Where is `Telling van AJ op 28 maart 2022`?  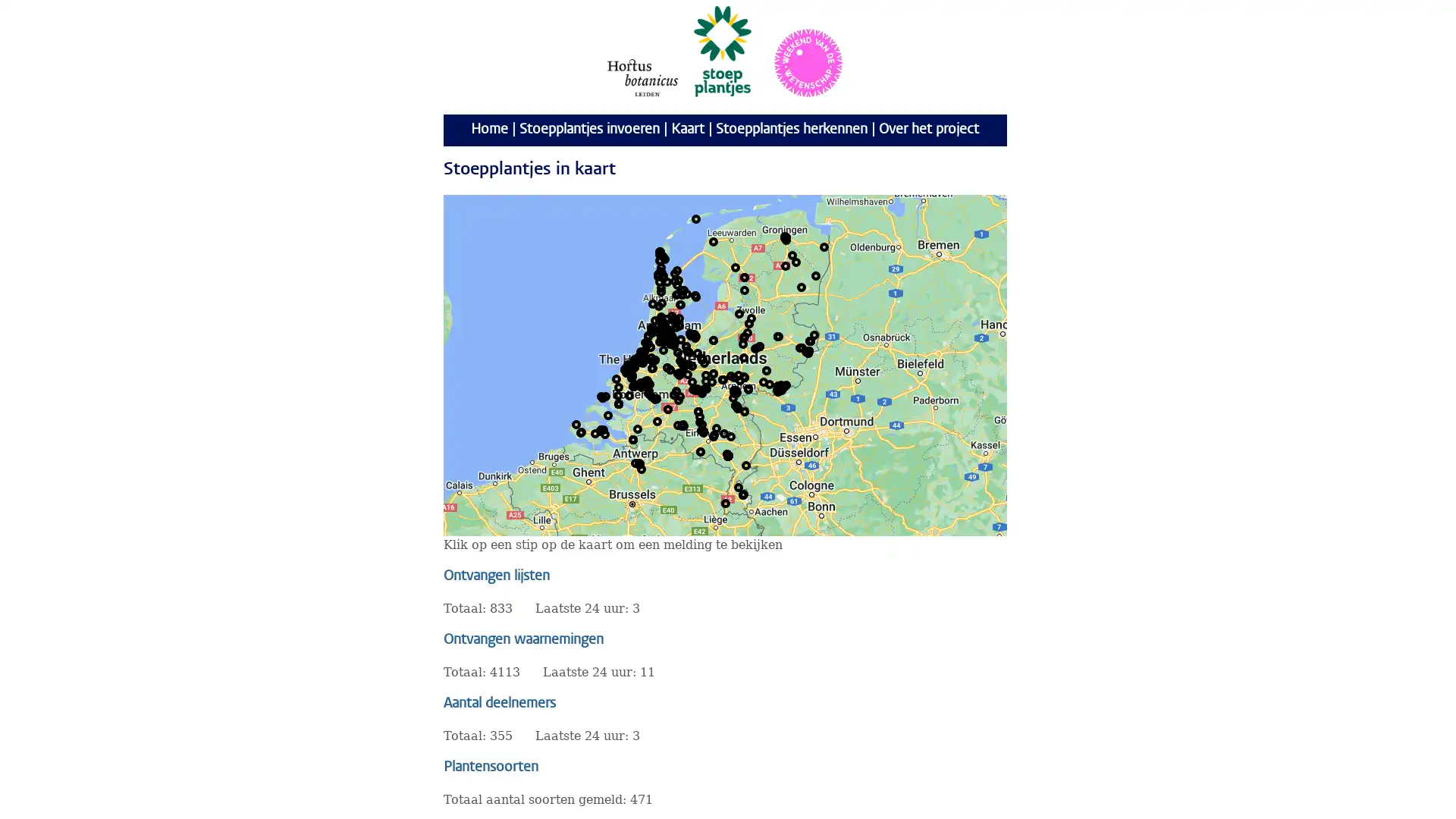
Telling van AJ op 28 maart 2022 is located at coordinates (633, 385).